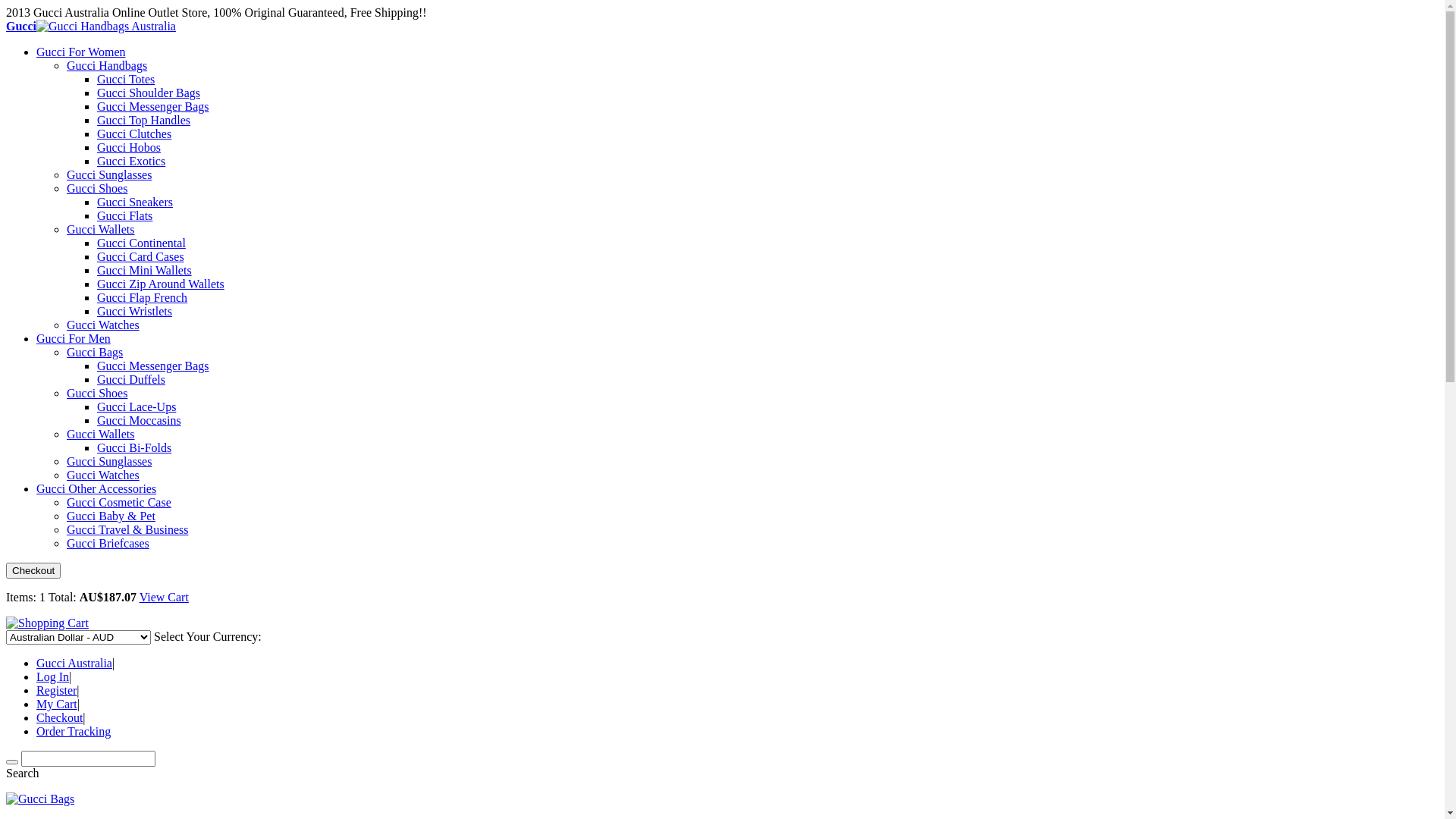 The image size is (1456, 819). Describe the element at coordinates (95, 488) in the screenshot. I see `'Gucci Other Accessories'` at that location.